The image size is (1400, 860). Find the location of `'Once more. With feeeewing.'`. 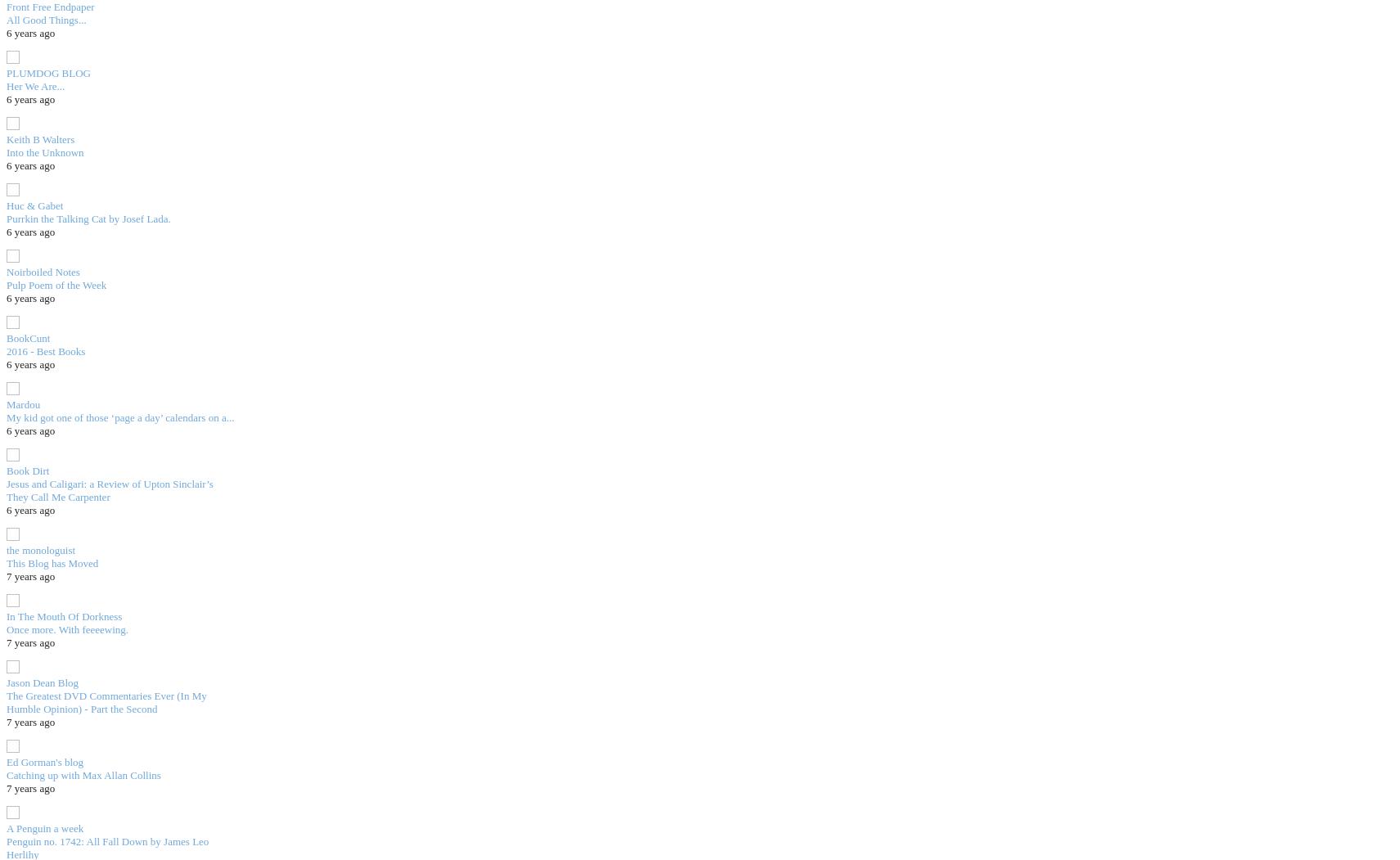

'Once more. With feeeewing.' is located at coordinates (6, 628).